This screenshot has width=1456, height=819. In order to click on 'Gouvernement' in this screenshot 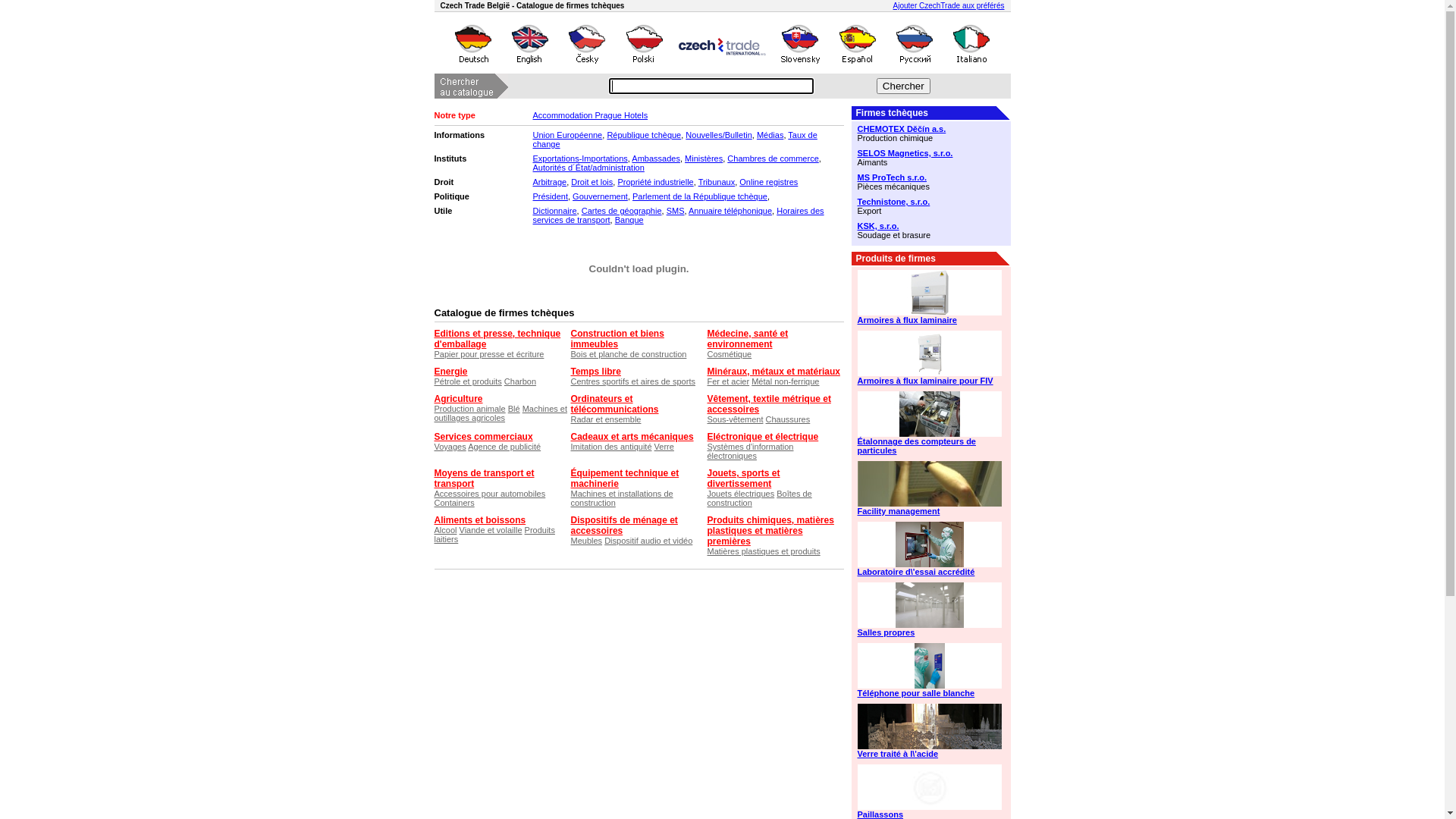, I will do `click(599, 195)`.